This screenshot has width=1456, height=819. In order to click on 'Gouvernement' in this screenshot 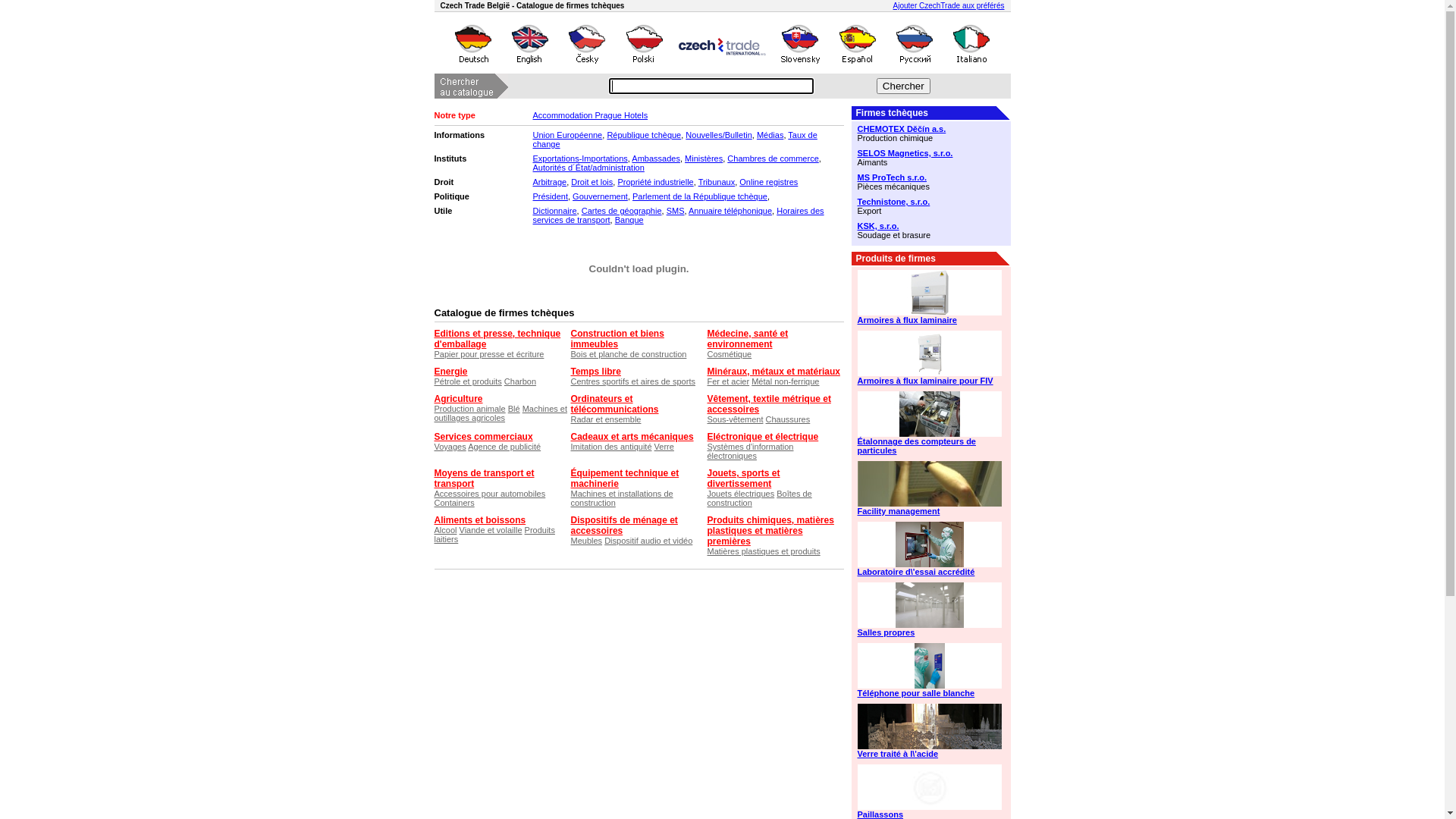, I will do `click(599, 195)`.